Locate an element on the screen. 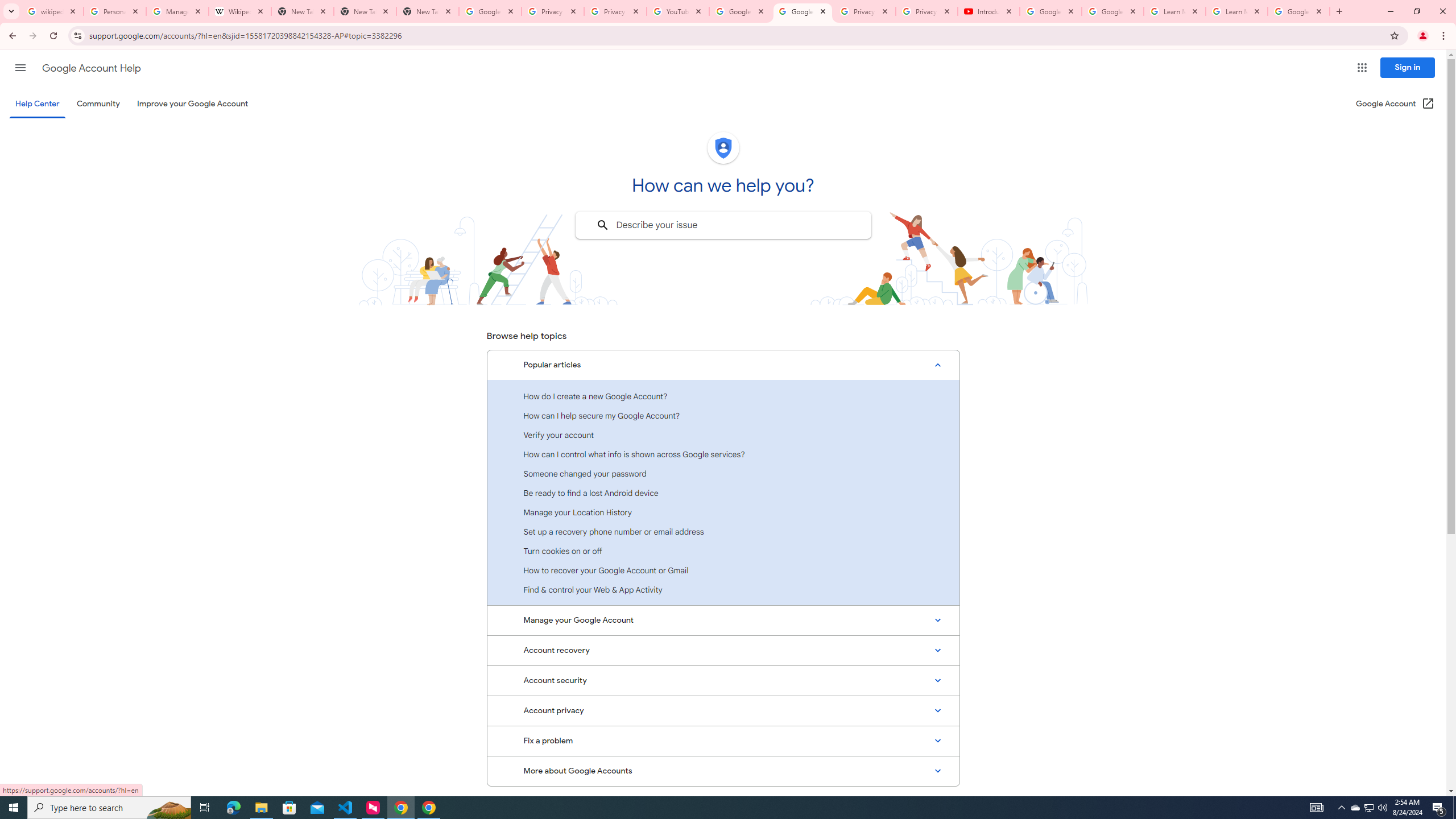 The height and width of the screenshot is (819, 1456). 'How do I create a new Google Account?' is located at coordinates (723, 396).